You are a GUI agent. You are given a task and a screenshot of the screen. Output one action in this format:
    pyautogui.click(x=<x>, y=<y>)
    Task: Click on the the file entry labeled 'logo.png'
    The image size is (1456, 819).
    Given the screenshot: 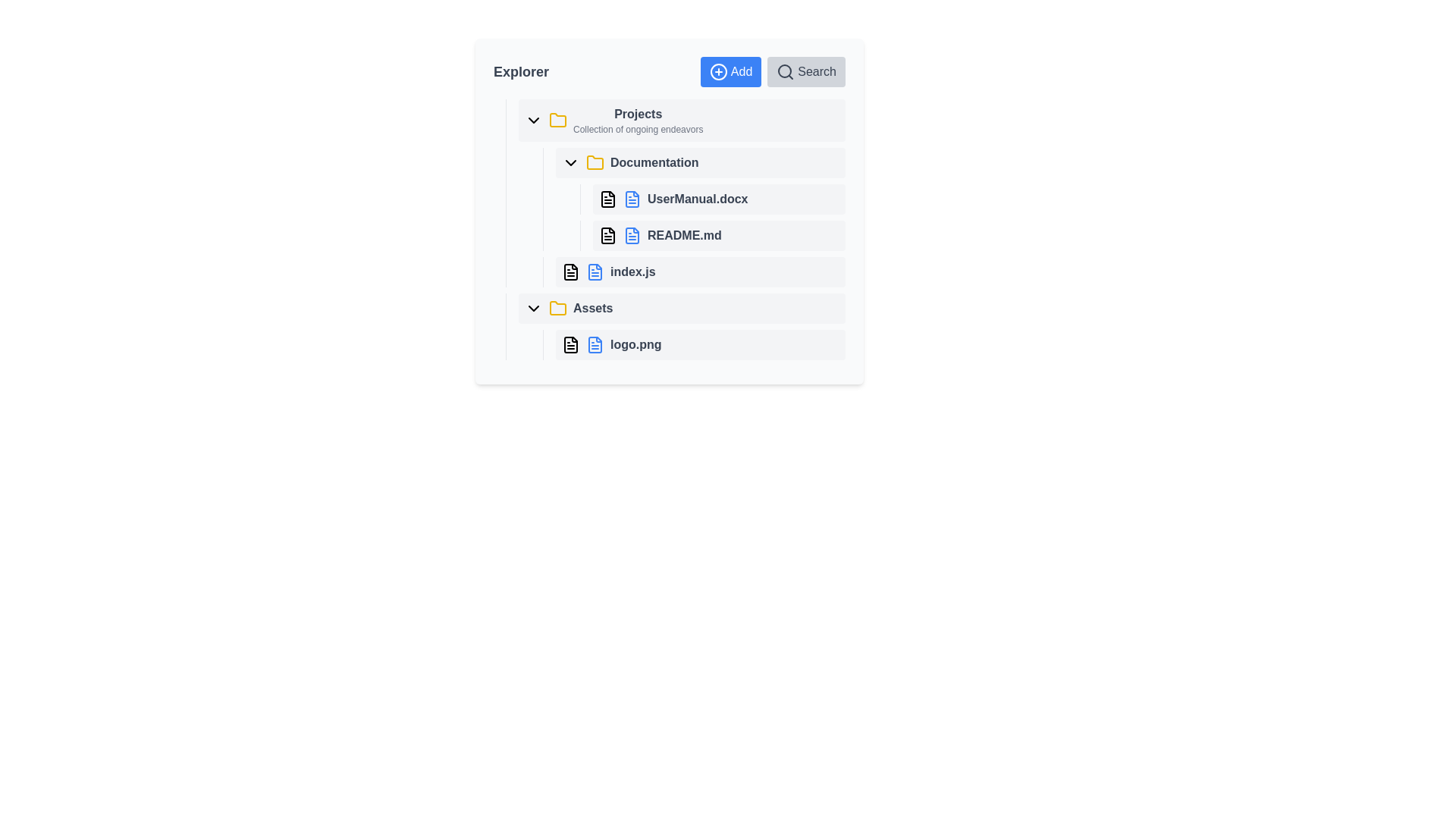 What is the action you would take?
    pyautogui.click(x=675, y=326)
    